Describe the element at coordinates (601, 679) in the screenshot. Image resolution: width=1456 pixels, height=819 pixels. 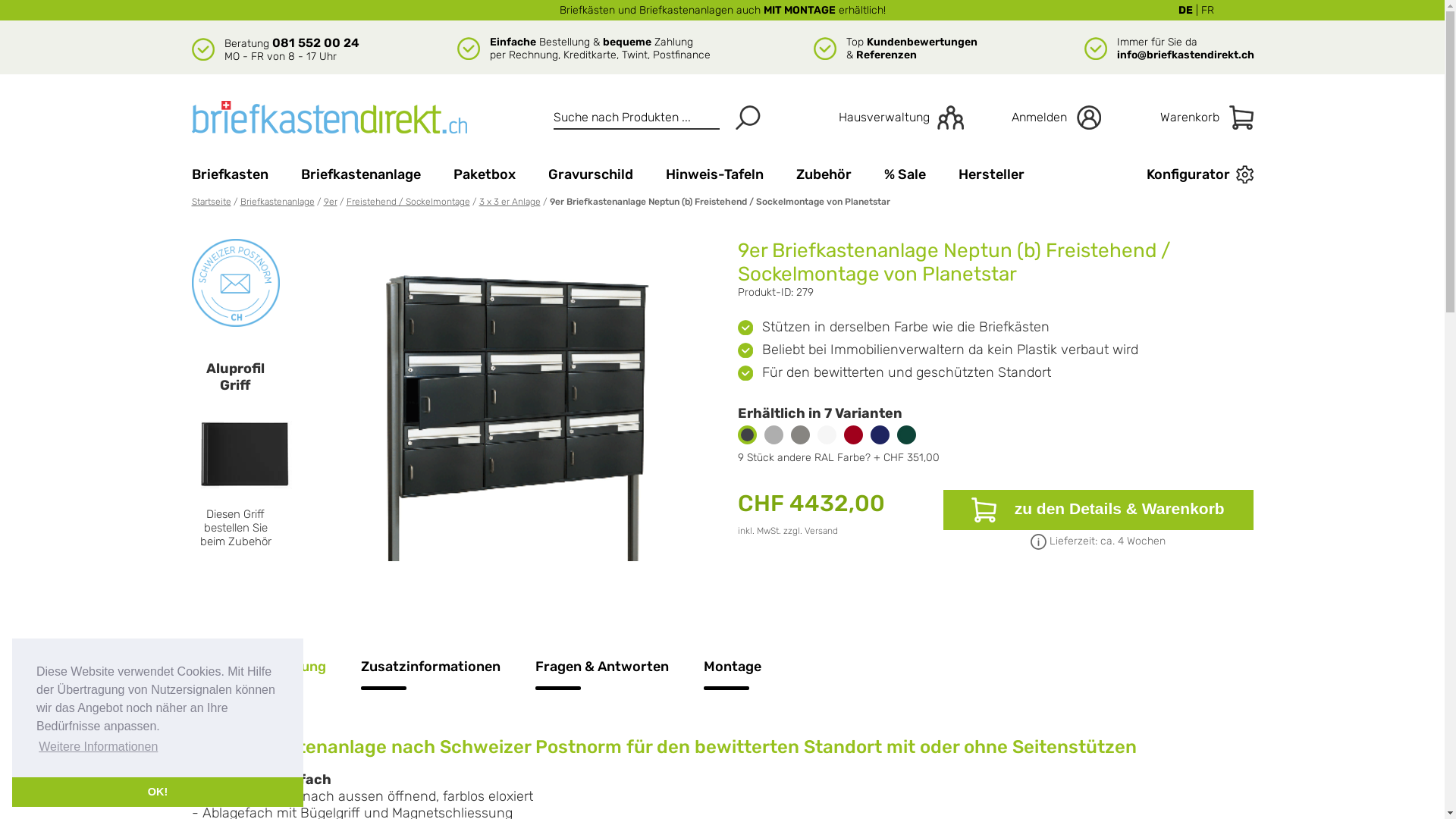
I see `'Fragen & Antworten'` at that location.